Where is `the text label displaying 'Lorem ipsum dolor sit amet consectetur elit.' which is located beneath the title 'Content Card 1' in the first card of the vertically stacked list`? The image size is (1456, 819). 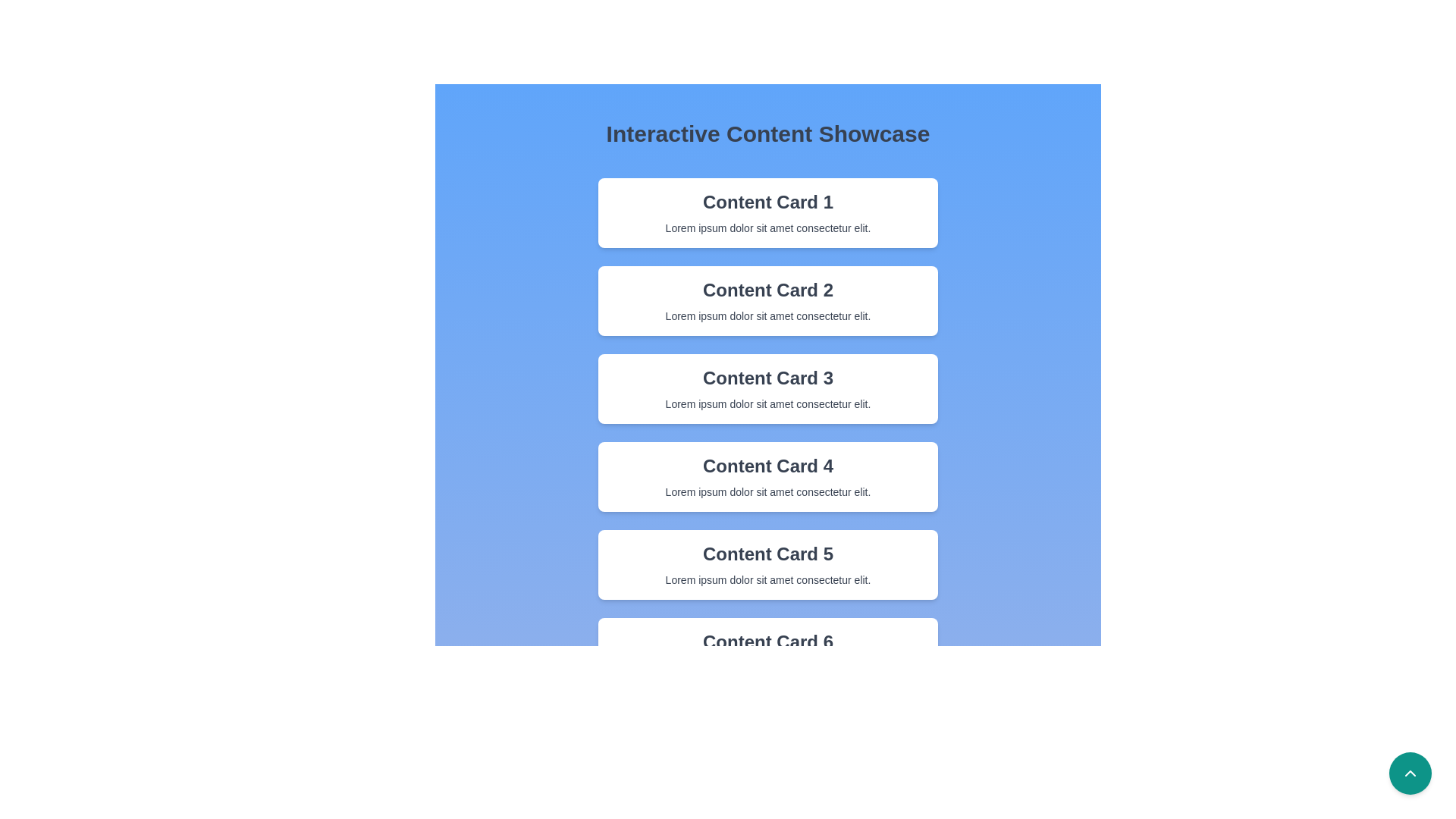 the text label displaying 'Lorem ipsum dolor sit amet consectetur elit.' which is located beneath the title 'Content Card 1' in the first card of the vertically stacked list is located at coordinates (767, 227).